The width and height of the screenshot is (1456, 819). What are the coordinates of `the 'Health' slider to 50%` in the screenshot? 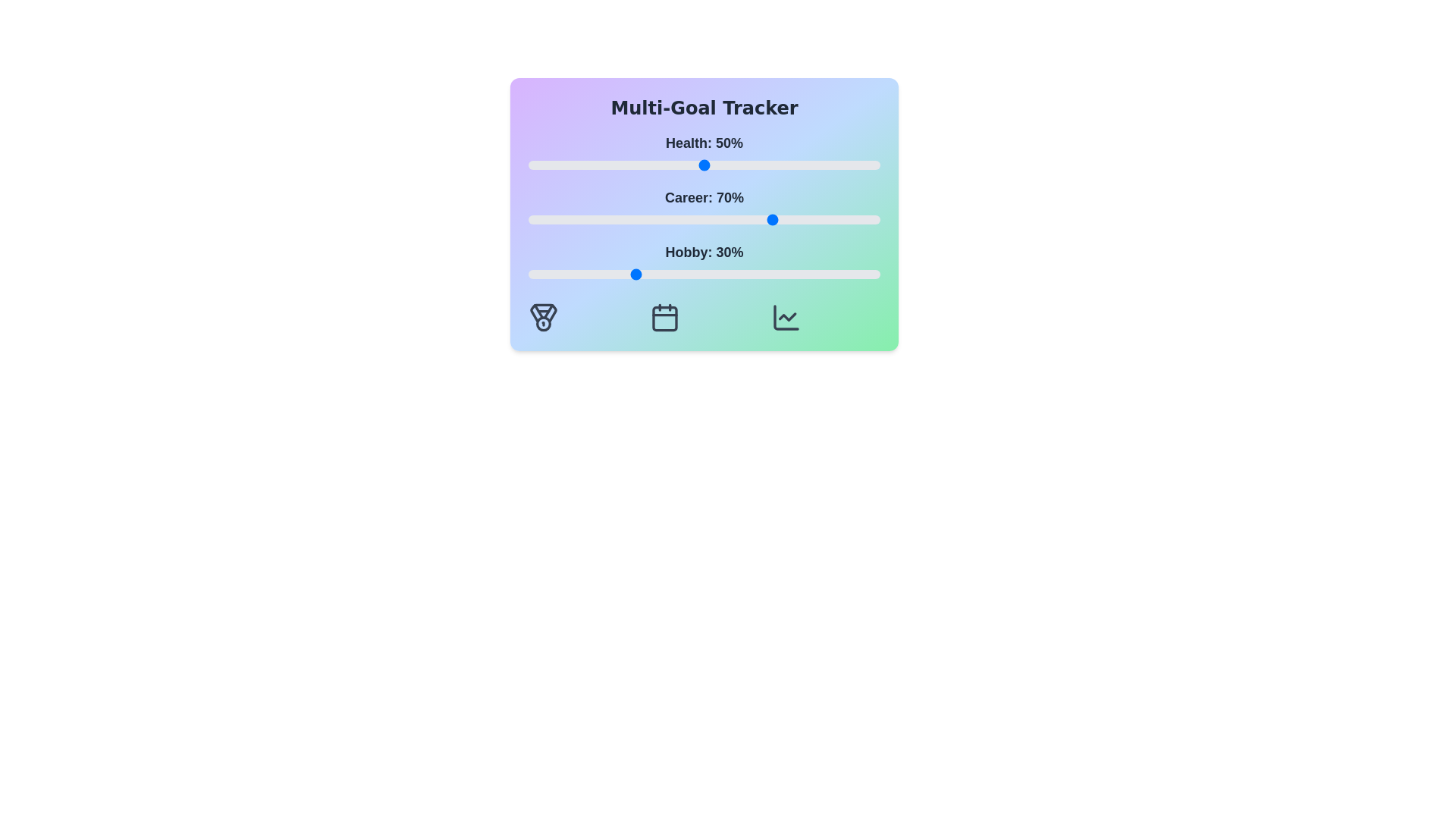 It's located at (704, 165).